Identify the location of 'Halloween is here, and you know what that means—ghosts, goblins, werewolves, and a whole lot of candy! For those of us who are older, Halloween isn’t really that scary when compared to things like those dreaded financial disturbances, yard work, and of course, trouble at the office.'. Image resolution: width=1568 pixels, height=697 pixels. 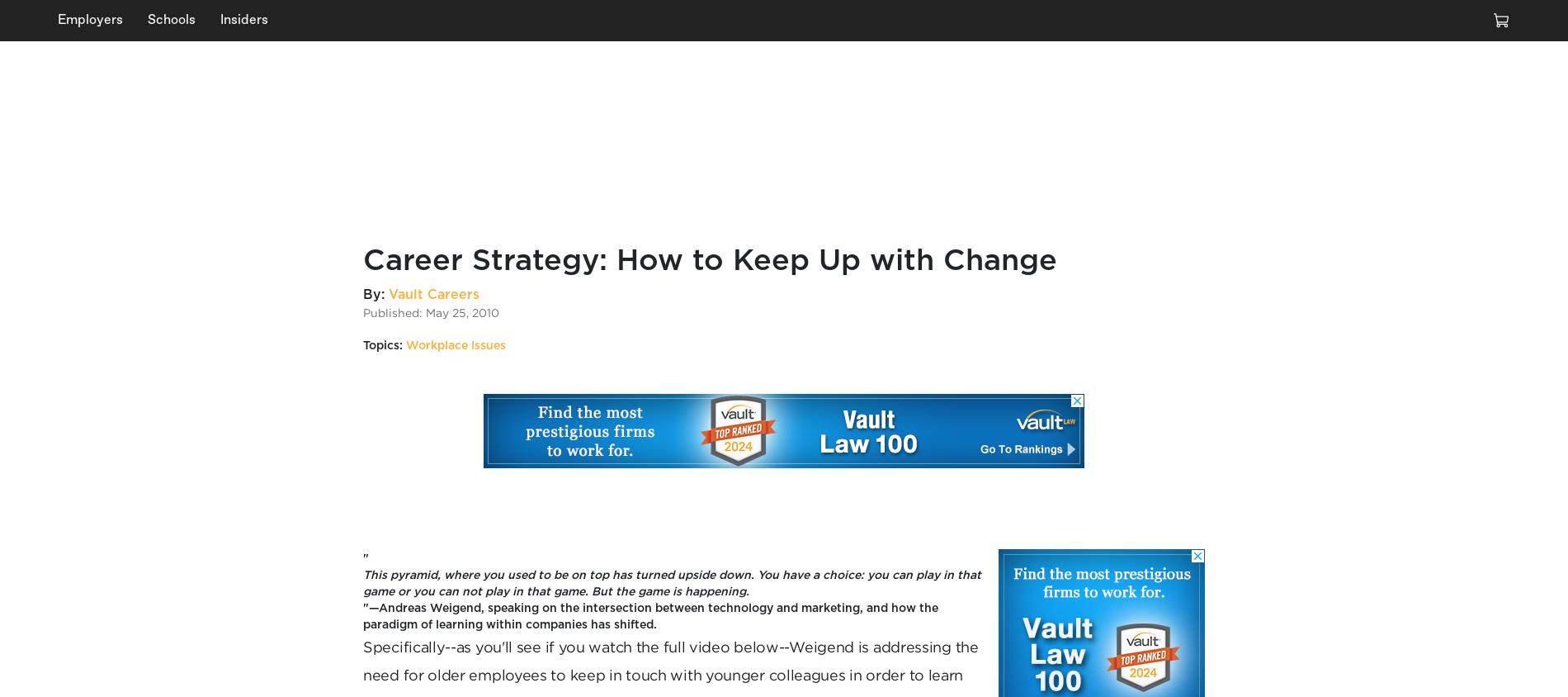
(1297, 206).